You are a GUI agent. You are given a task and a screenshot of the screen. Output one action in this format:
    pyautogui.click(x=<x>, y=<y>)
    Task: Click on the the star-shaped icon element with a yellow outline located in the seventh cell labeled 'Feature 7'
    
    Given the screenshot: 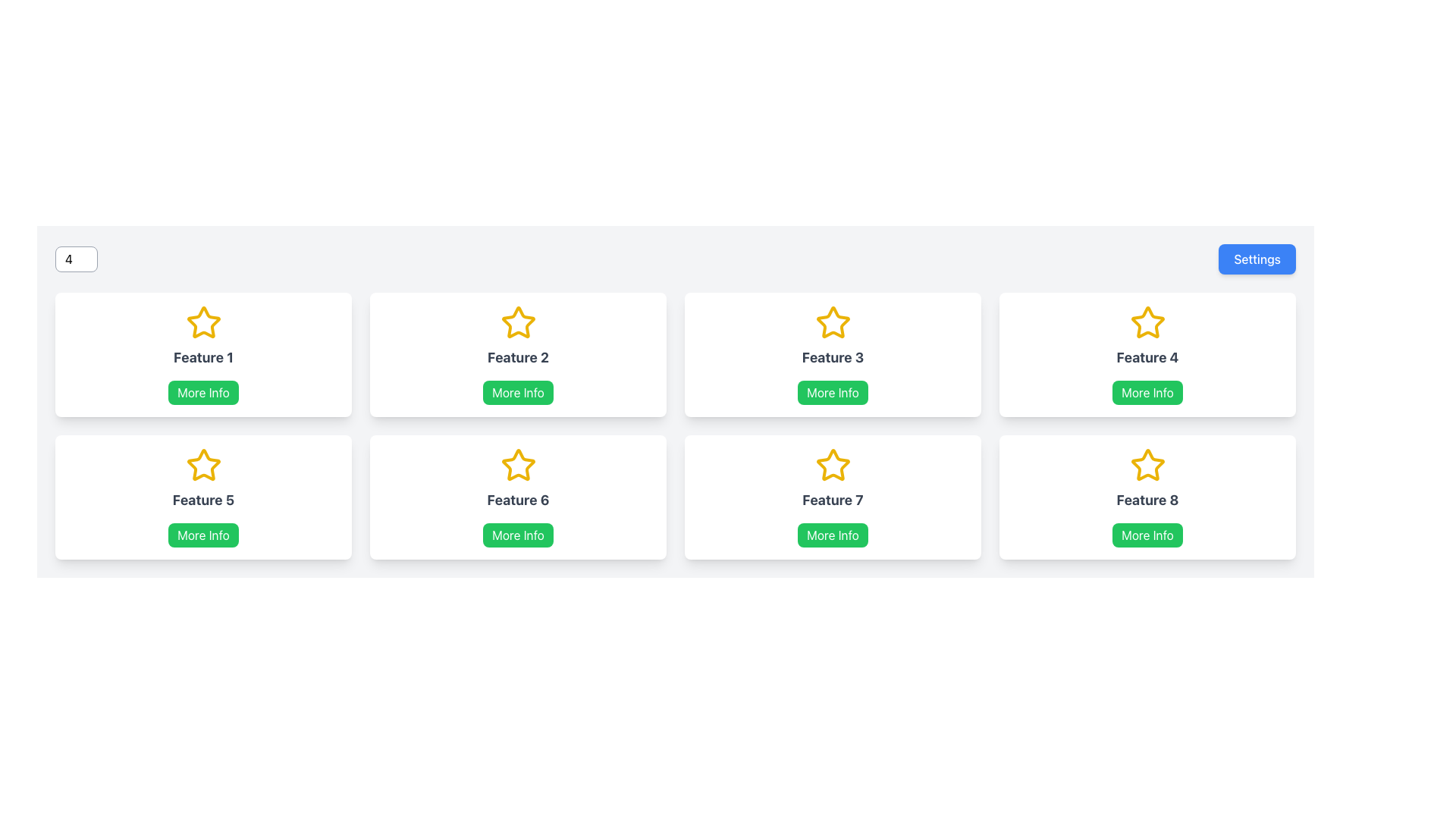 What is the action you would take?
    pyautogui.click(x=832, y=464)
    